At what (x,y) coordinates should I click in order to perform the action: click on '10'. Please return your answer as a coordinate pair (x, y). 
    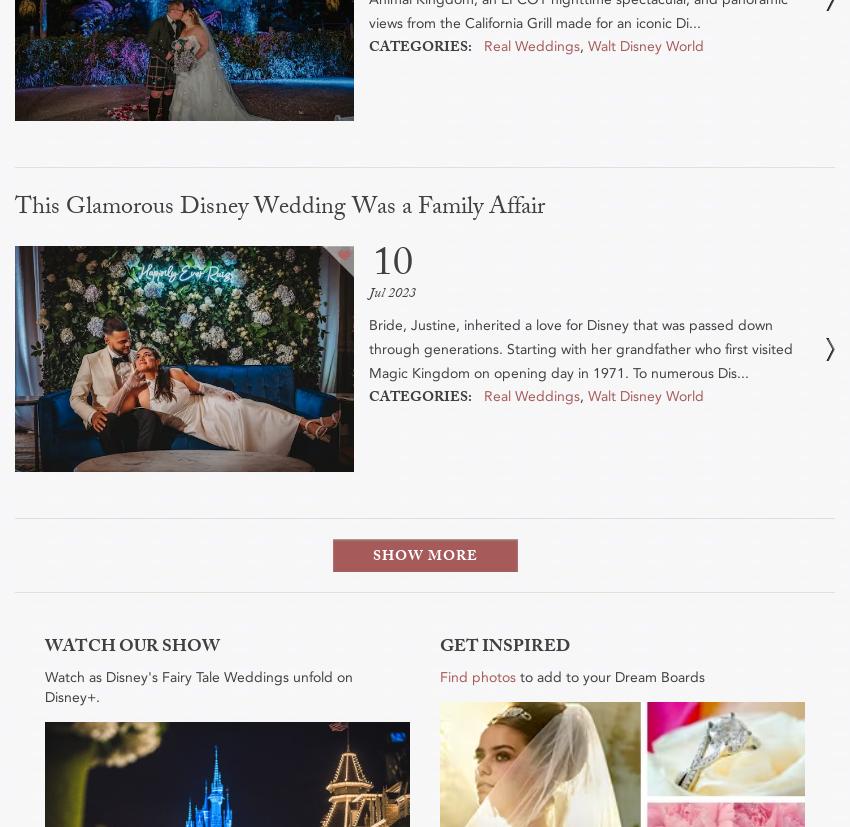
    Looking at the image, I should click on (392, 267).